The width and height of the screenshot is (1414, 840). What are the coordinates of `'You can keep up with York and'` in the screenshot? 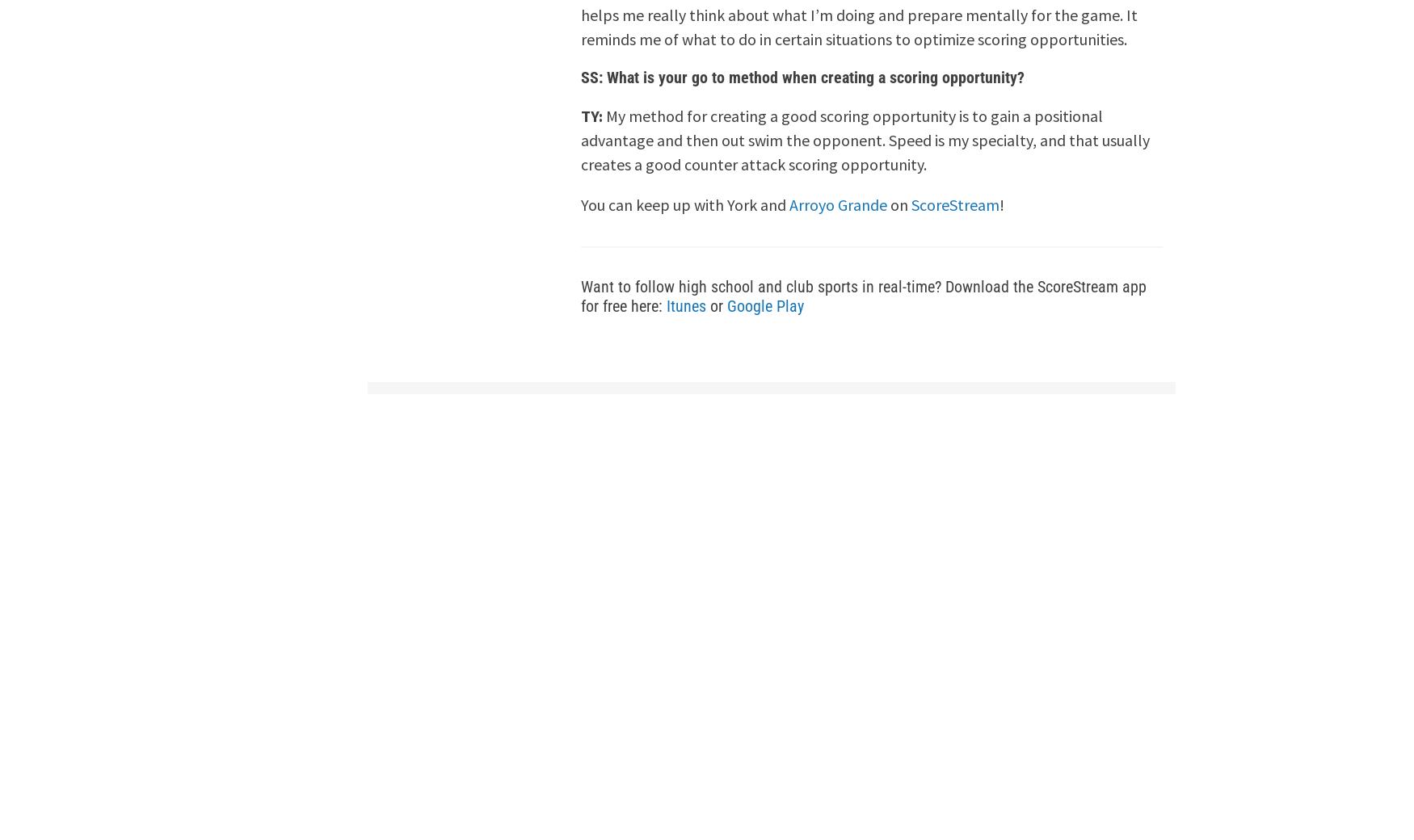 It's located at (685, 204).